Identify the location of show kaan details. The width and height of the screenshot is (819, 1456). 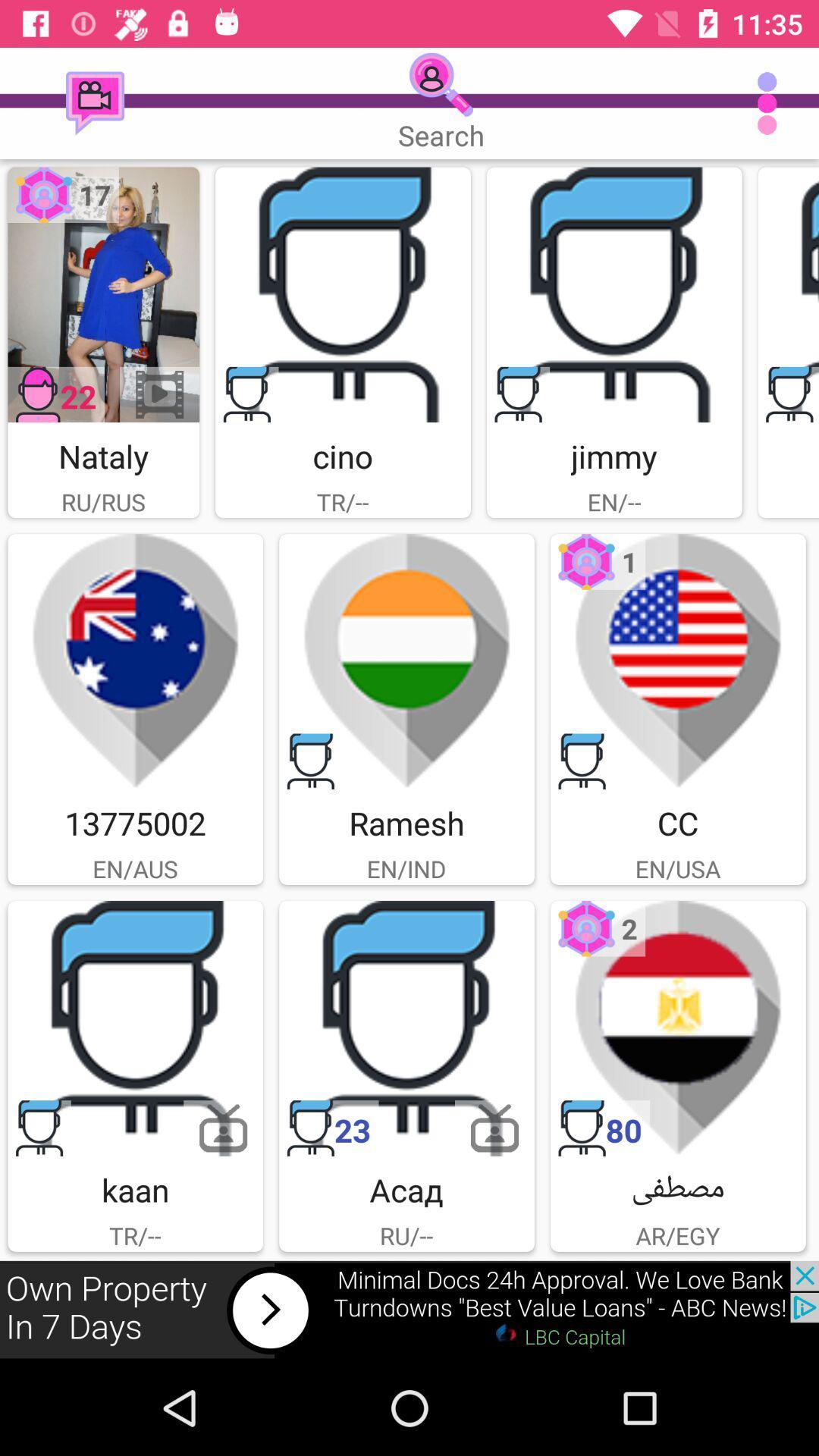
(134, 1028).